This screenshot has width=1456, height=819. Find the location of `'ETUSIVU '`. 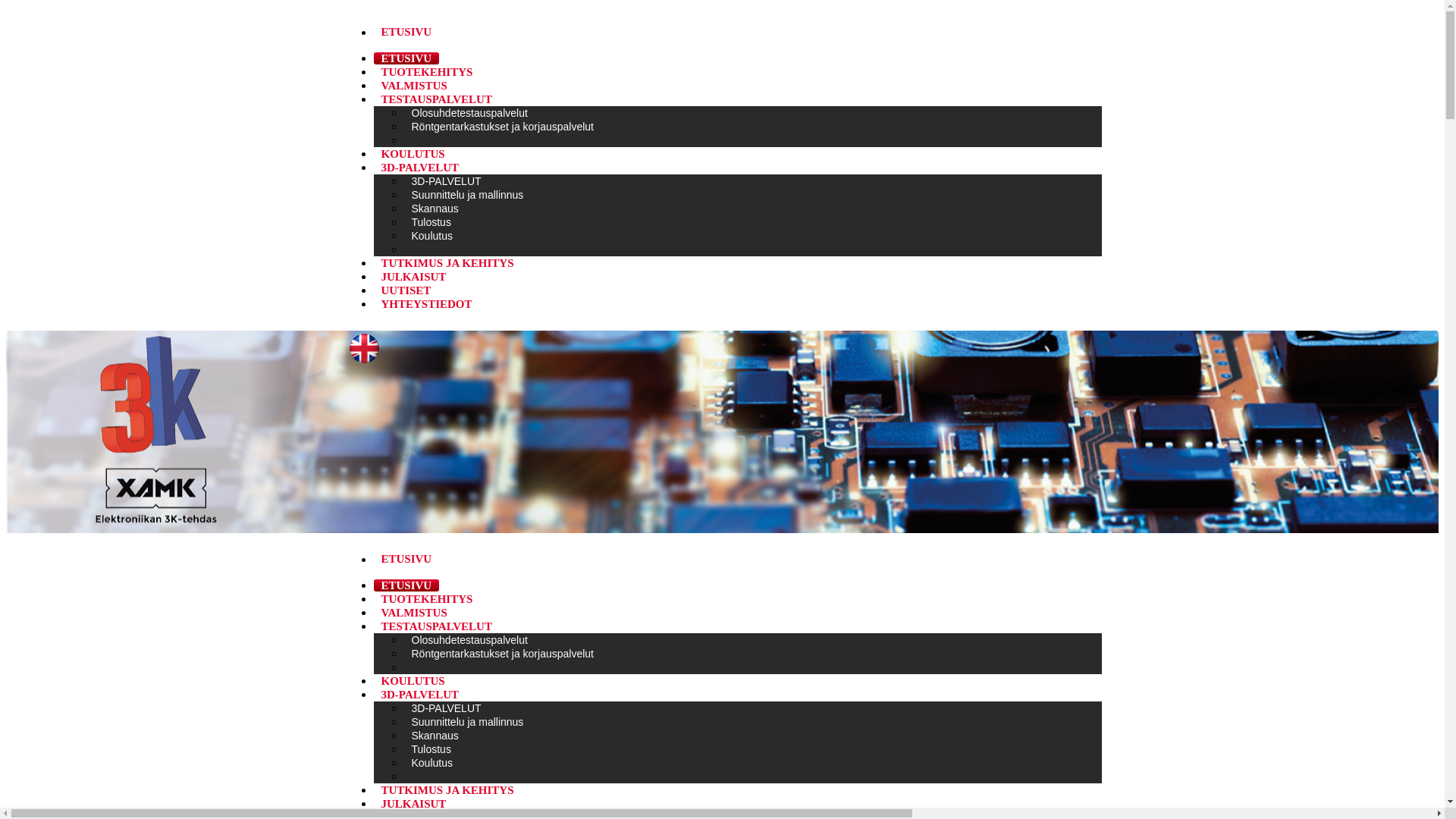

'ETUSIVU ' is located at coordinates (372, 32).